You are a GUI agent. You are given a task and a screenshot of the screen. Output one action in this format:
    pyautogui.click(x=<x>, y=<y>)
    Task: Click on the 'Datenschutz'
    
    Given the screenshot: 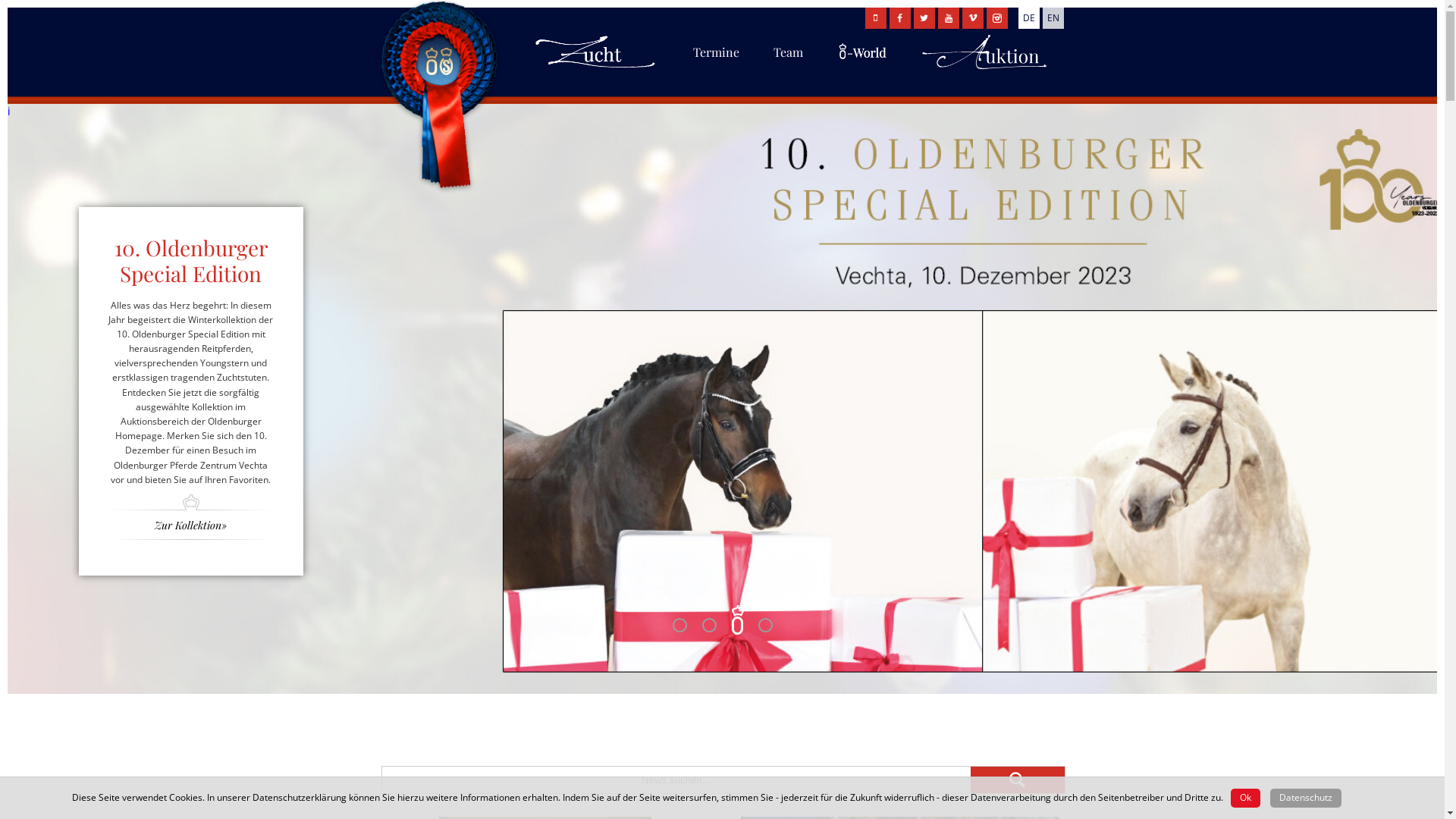 What is the action you would take?
    pyautogui.click(x=1305, y=797)
    